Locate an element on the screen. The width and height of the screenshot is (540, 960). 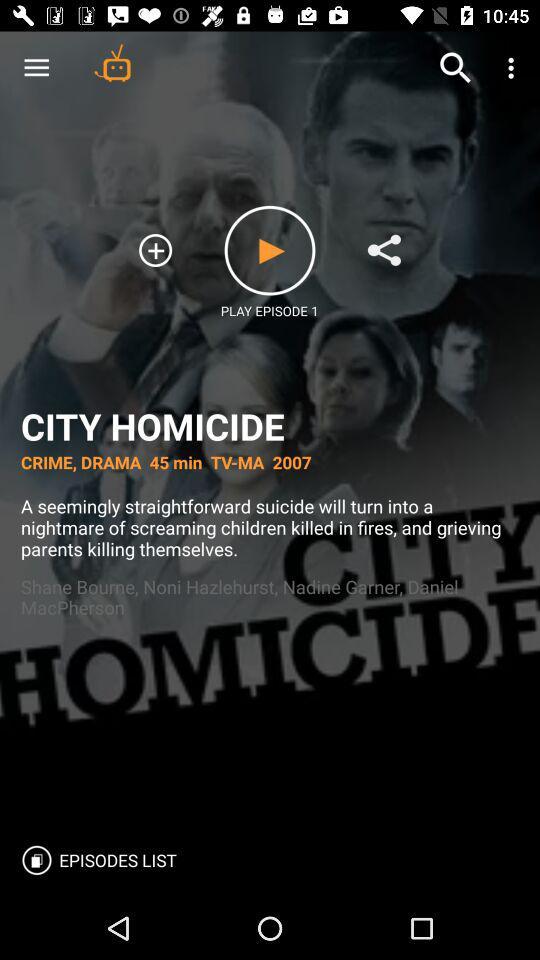
icon above the city homicide icon is located at coordinates (154, 249).